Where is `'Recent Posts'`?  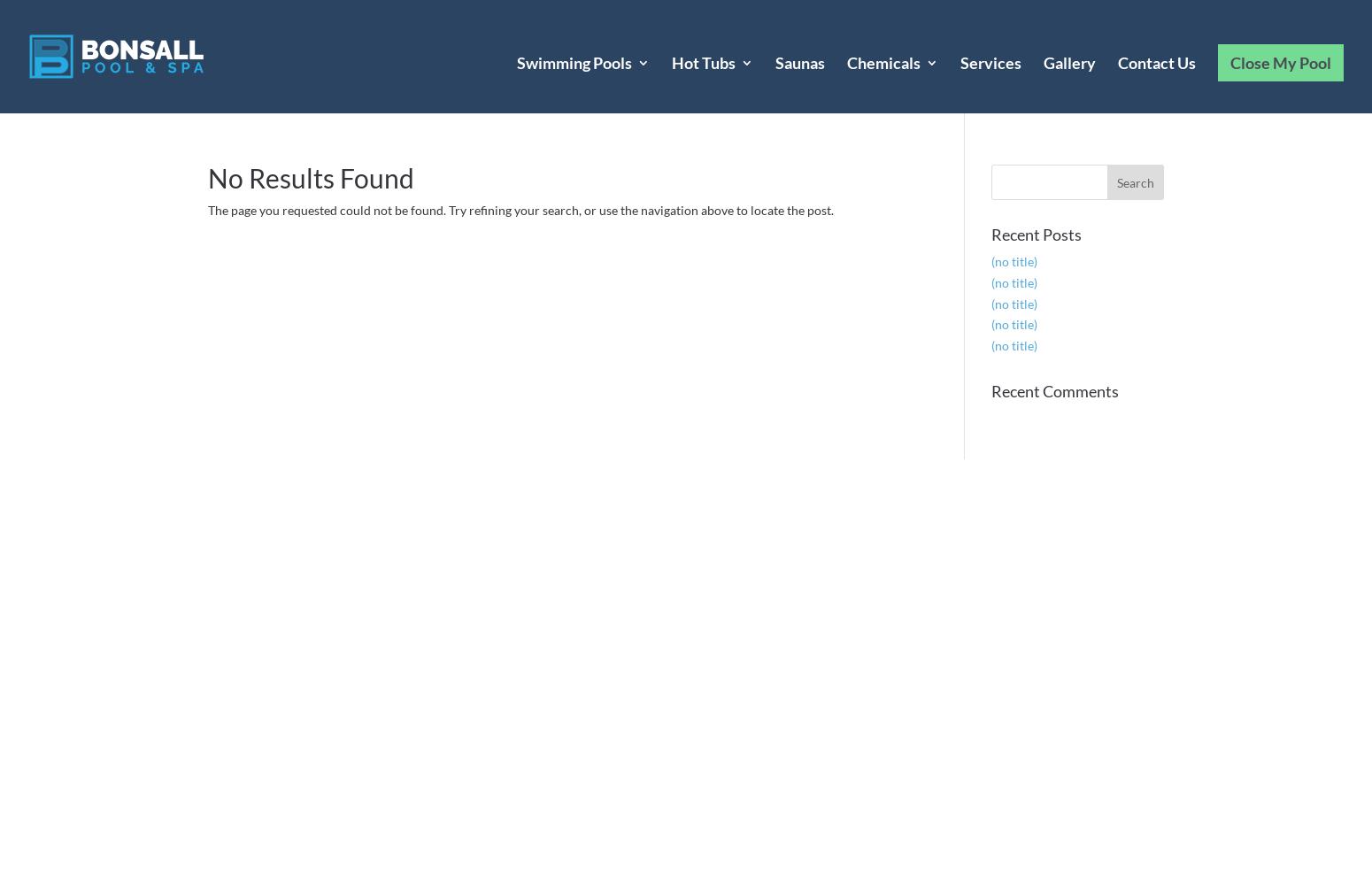 'Recent Posts' is located at coordinates (1035, 235).